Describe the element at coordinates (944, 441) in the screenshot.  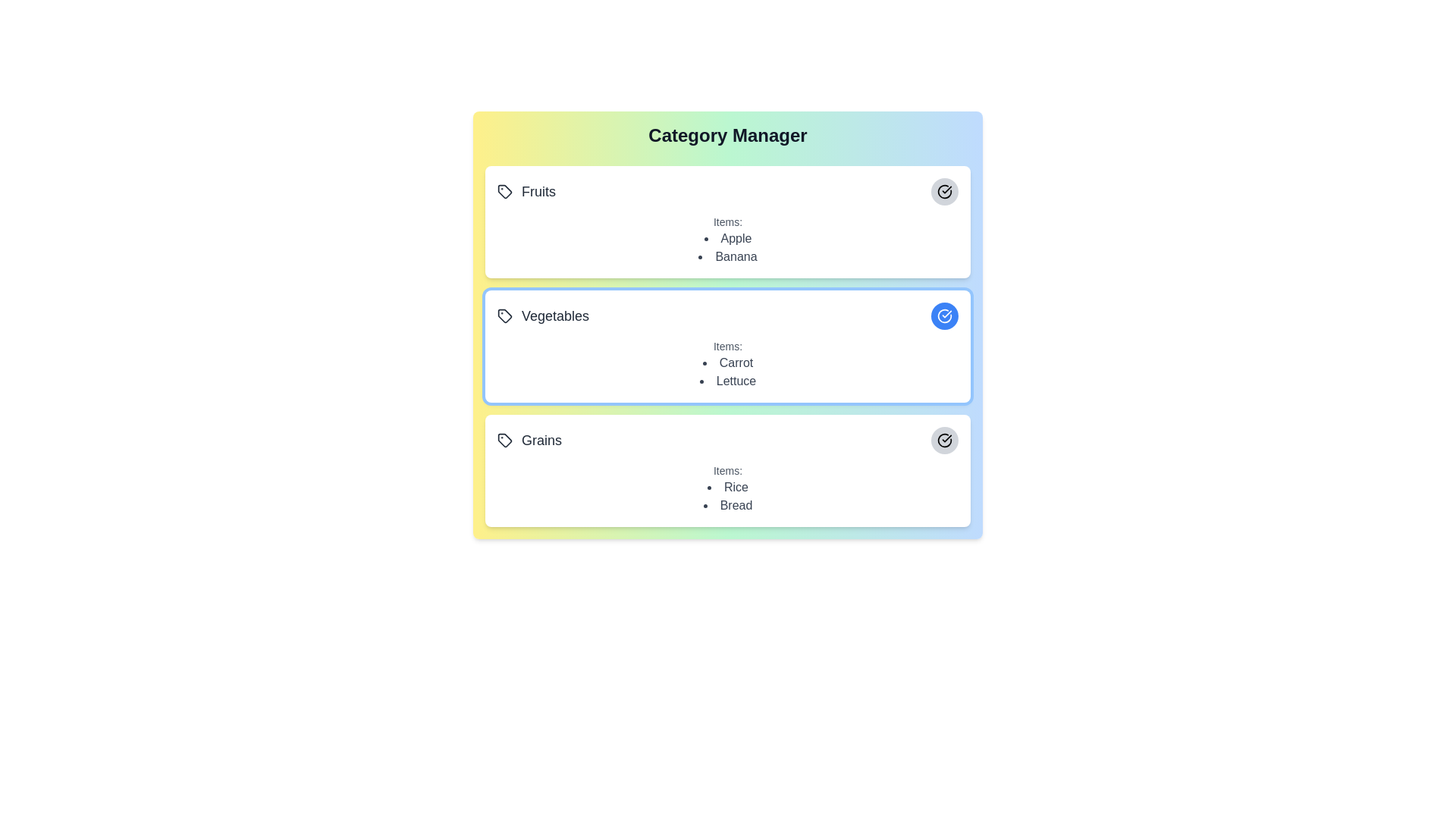
I see `the category Grains by clicking its associated button` at that location.